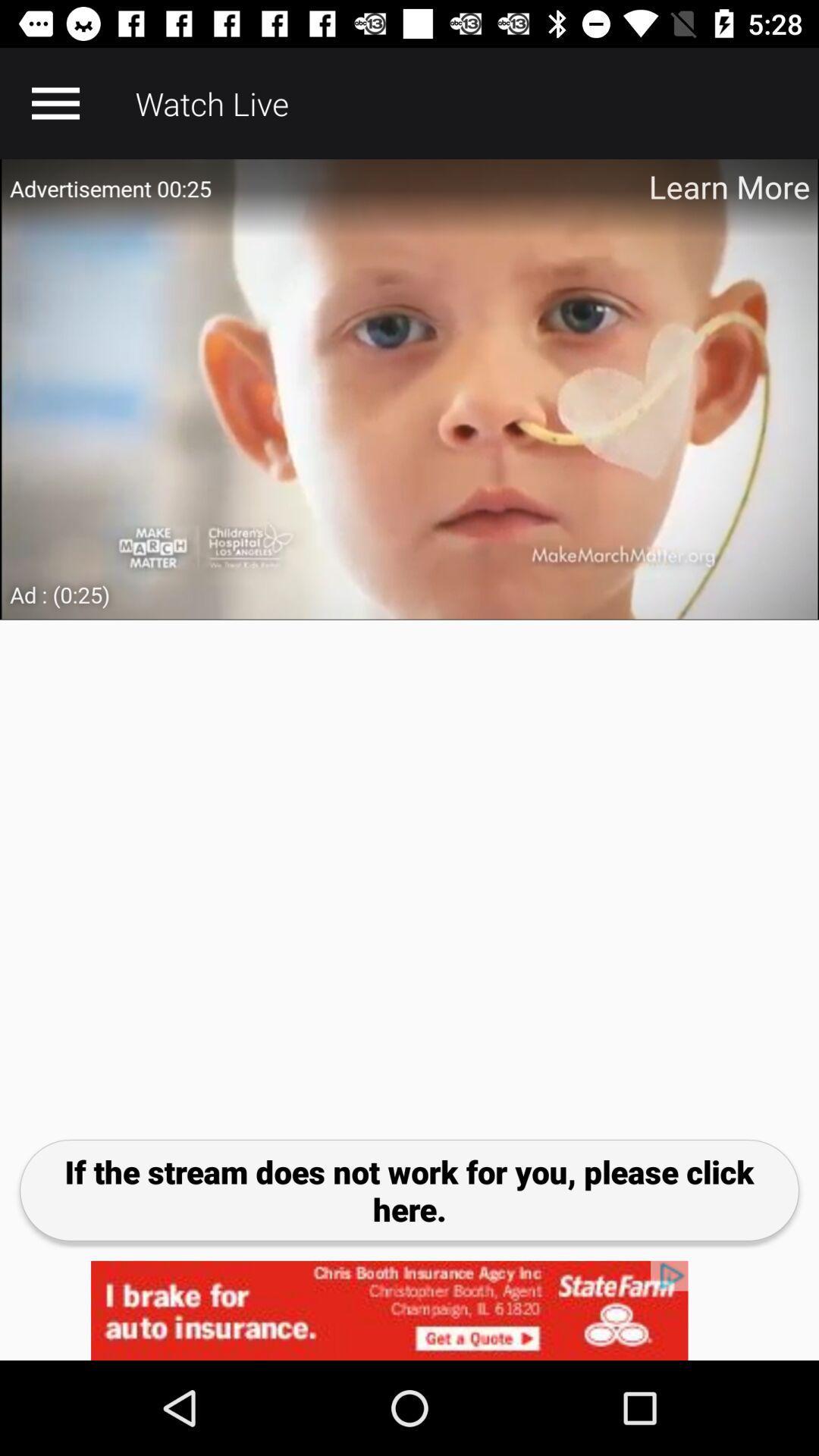  What do you see at coordinates (409, 389) in the screenshot?
I see `adverstisment` at bounding box center [409, 389].